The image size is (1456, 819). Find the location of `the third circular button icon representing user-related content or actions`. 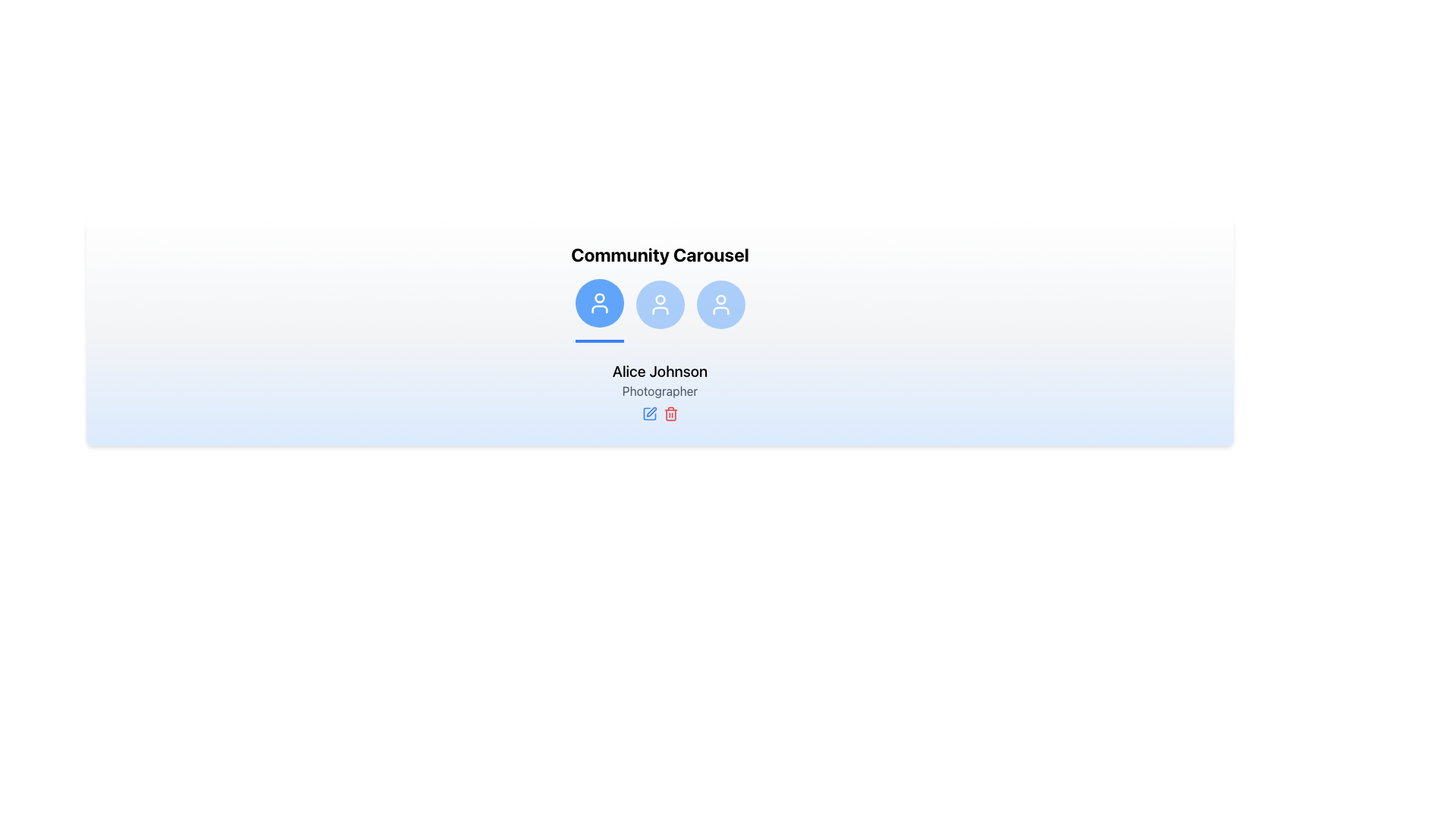

the third circular button icon representing user-related content or actions is located at coordinates (720, 304).